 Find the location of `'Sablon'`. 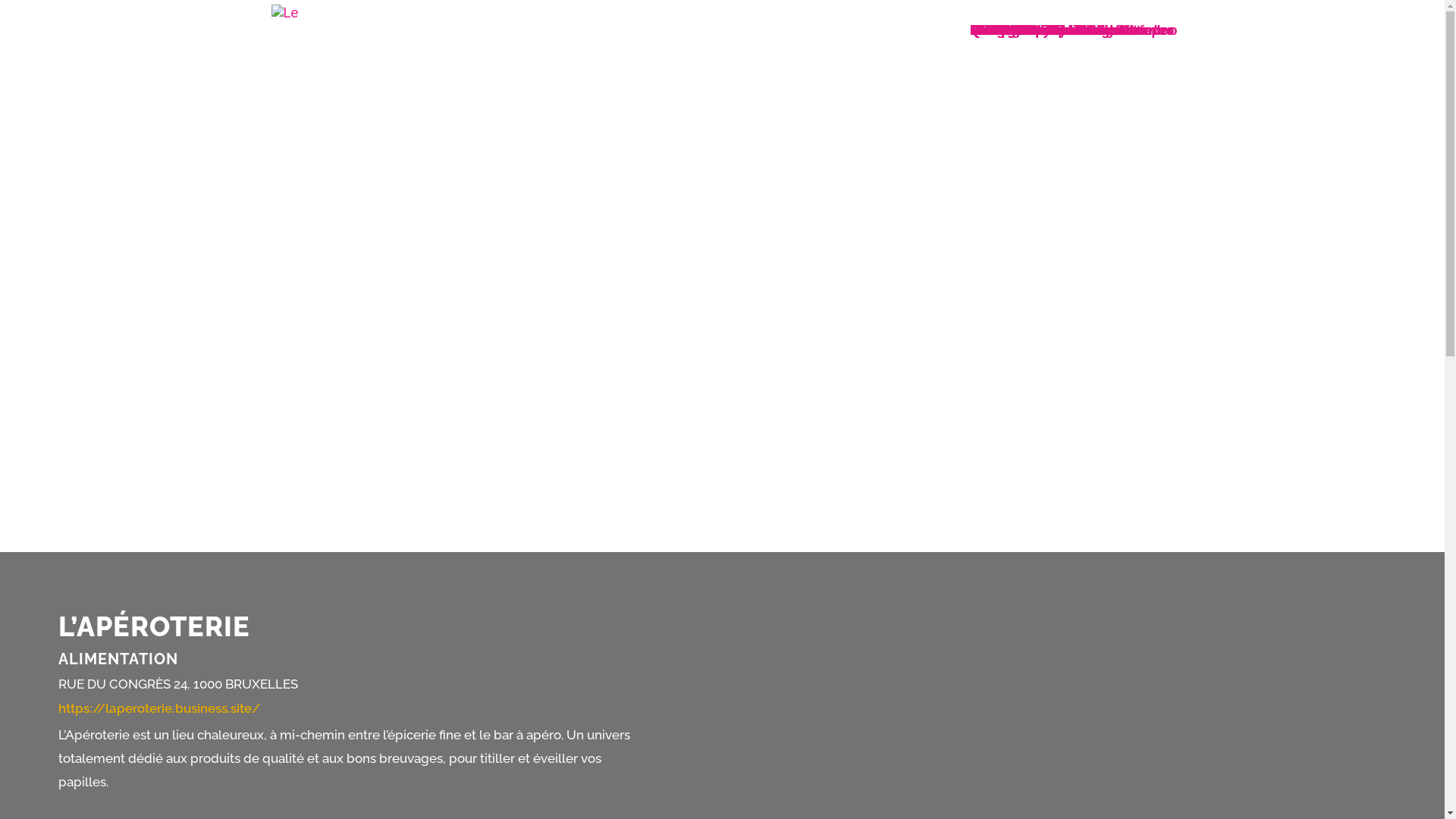

'Sablon' is located at coordinates (968, 30).